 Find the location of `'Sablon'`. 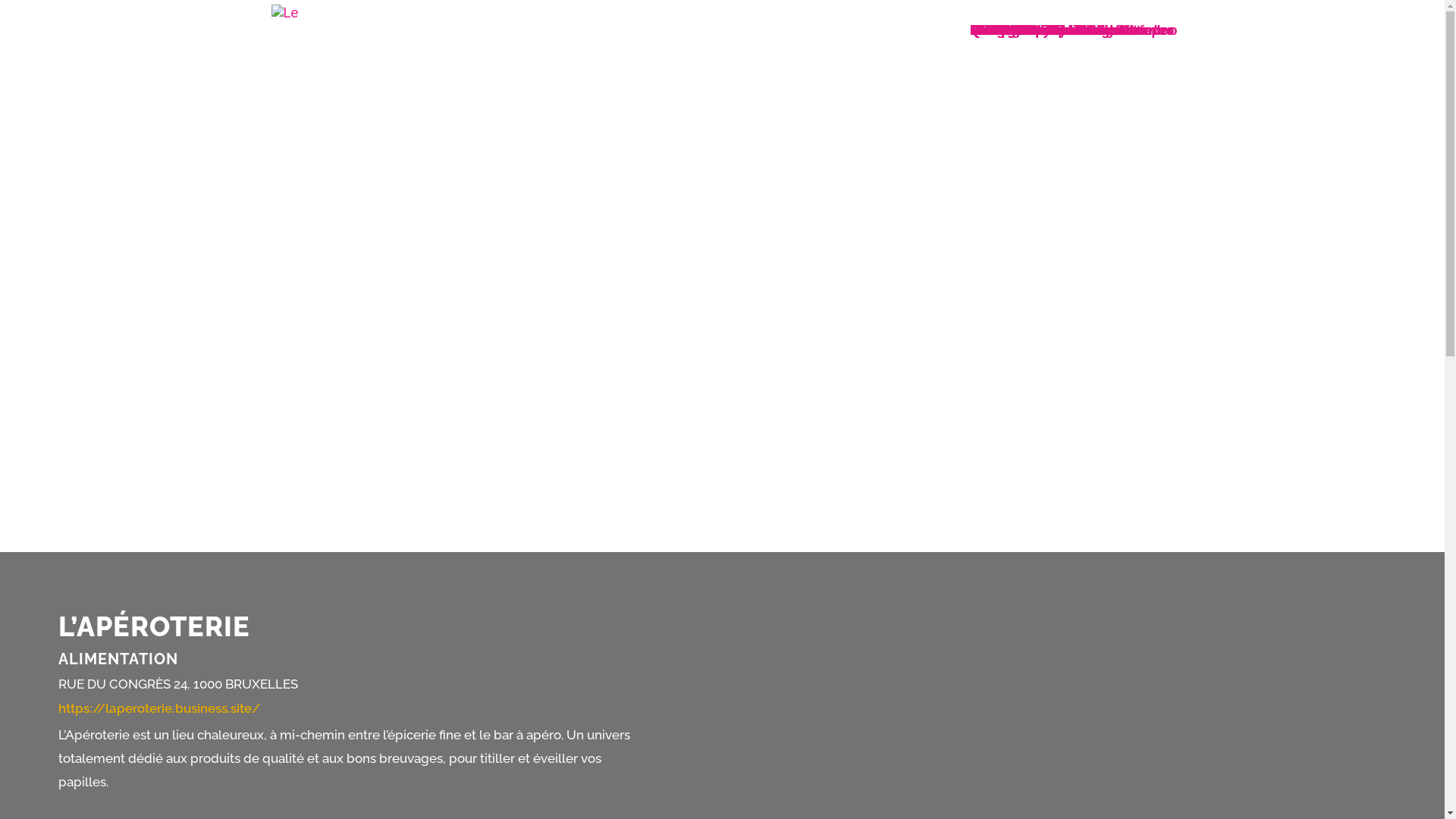

'Sablon' is located at coordinates (968, 30).